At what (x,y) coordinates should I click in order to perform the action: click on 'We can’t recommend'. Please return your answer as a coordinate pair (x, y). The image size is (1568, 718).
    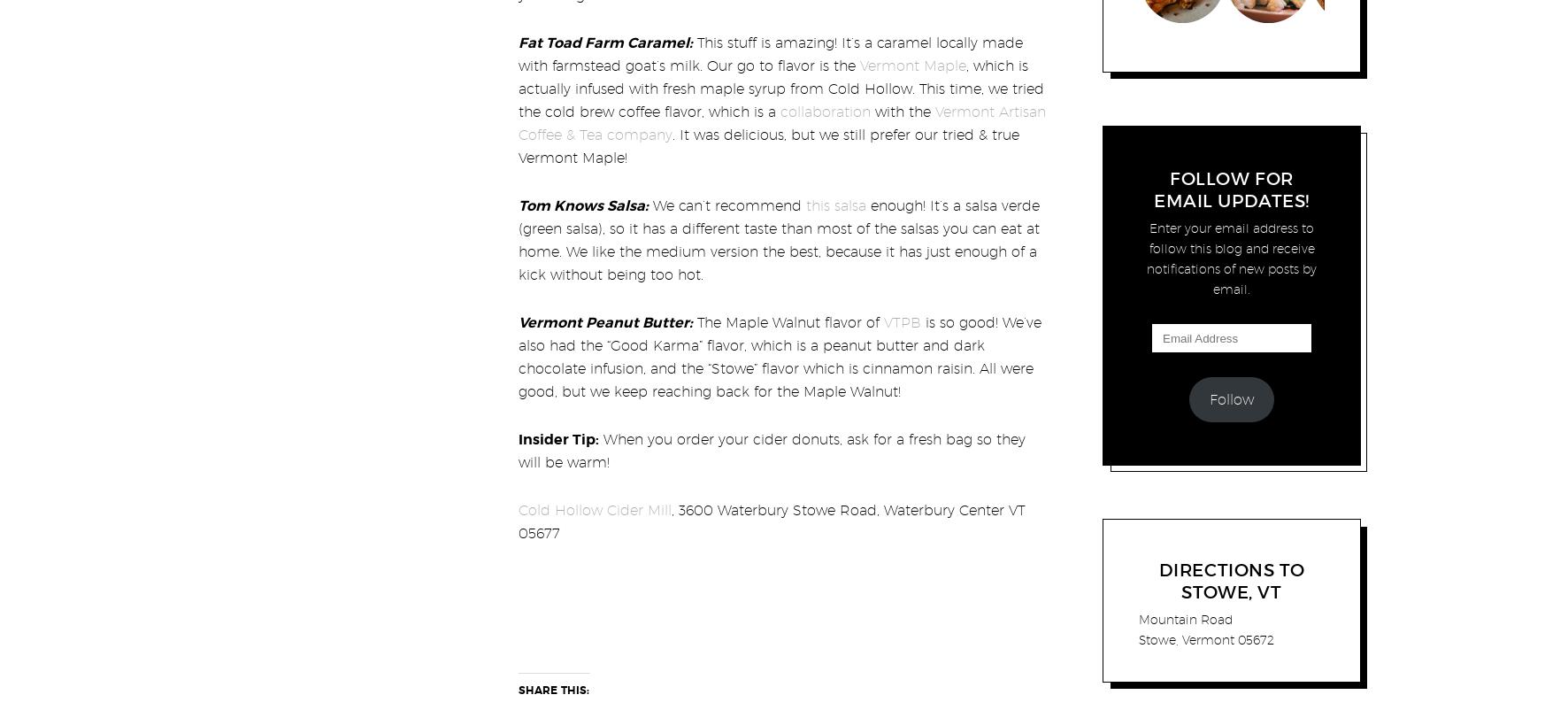
    Looking at the image, I should click on (727, 205).